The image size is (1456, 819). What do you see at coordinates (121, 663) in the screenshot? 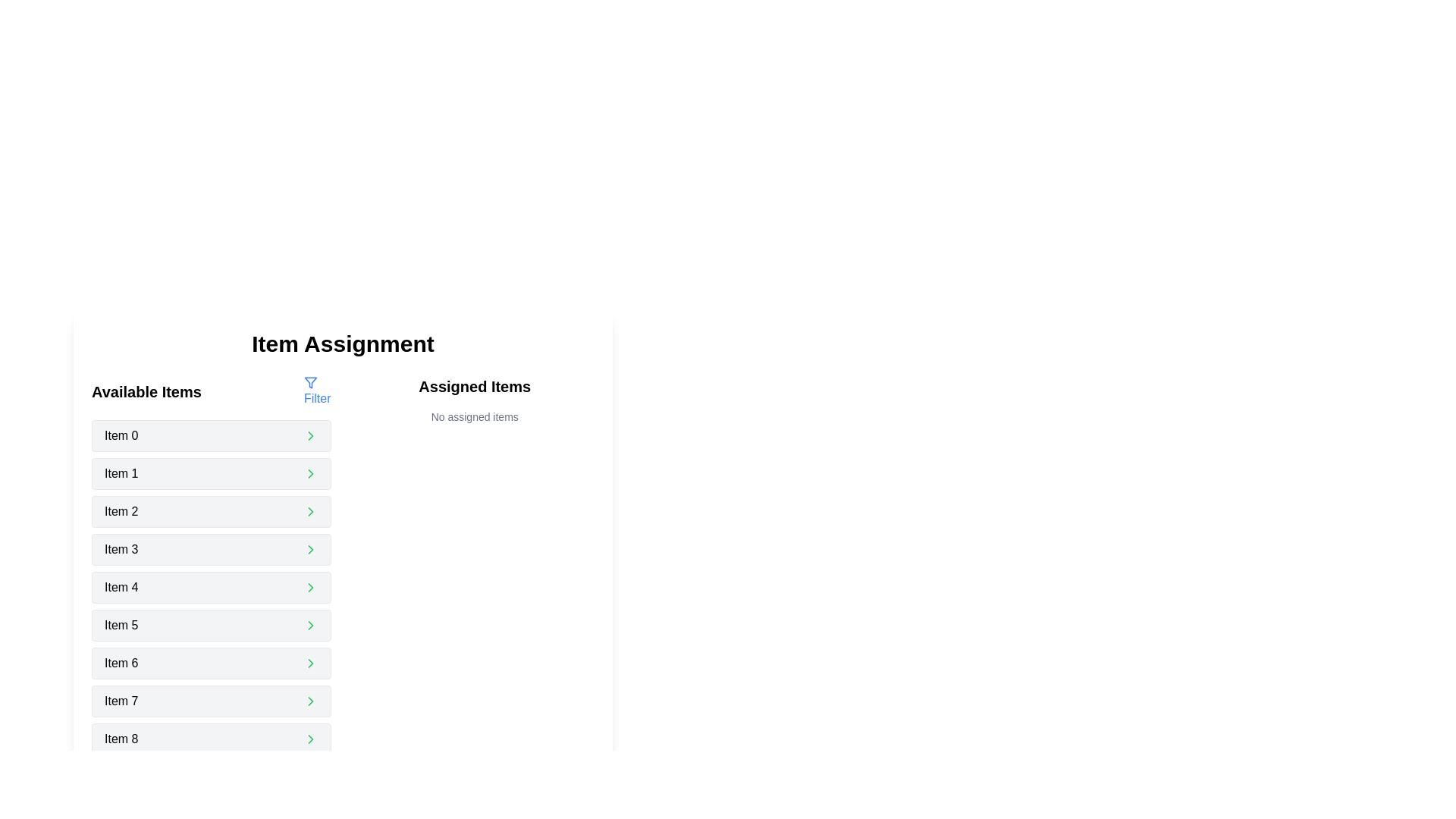
I see `the sixth text label in the 'Available Items' list, which is positioned between 'Item 5' and 'Item 7'` at bounding box center [121, 663].